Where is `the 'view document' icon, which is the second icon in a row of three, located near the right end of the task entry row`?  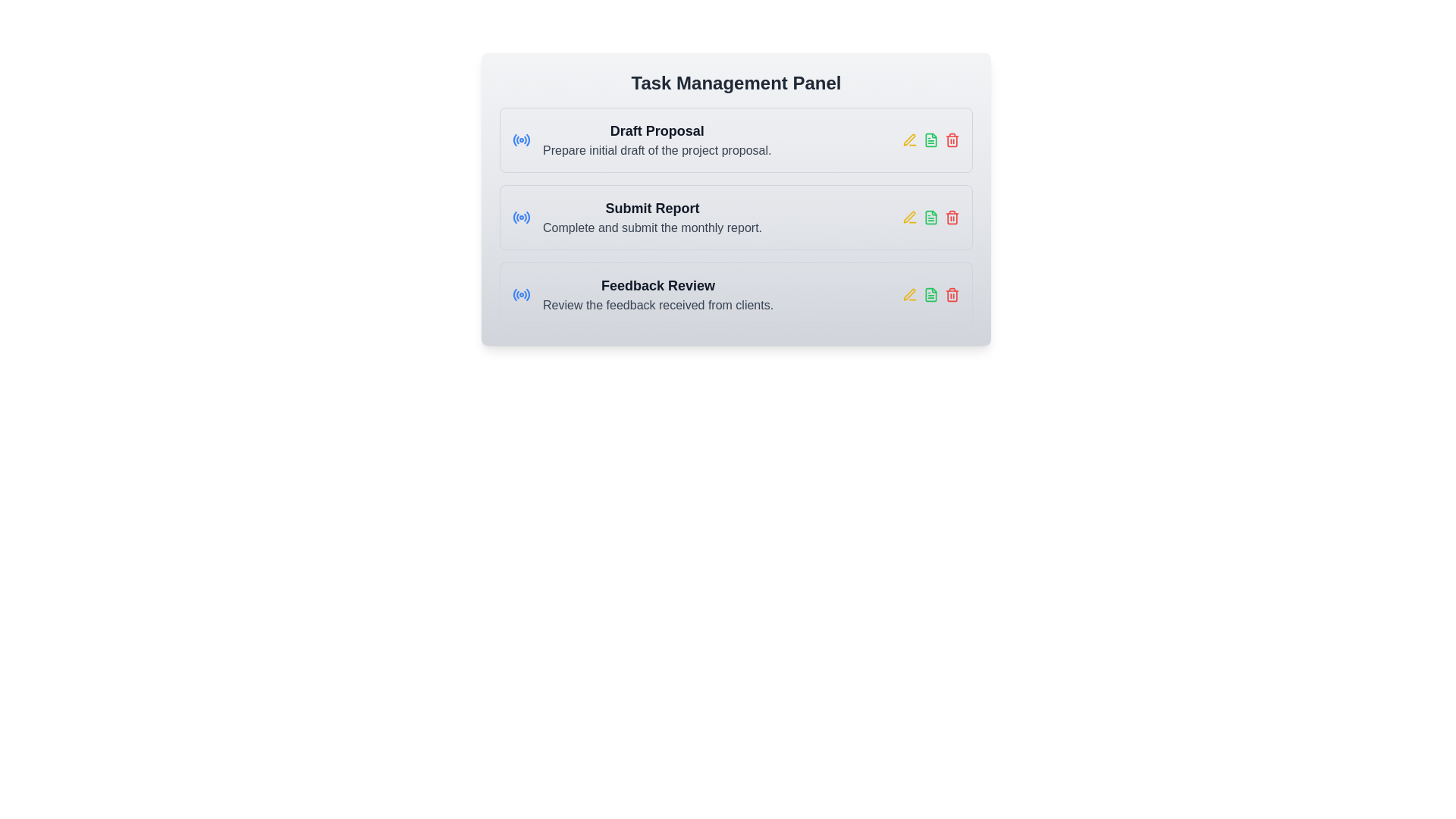
the 'view document' icon, which is the second icon in a row of three, located near the right end of the task entry row is located at coordinates (930, 140).